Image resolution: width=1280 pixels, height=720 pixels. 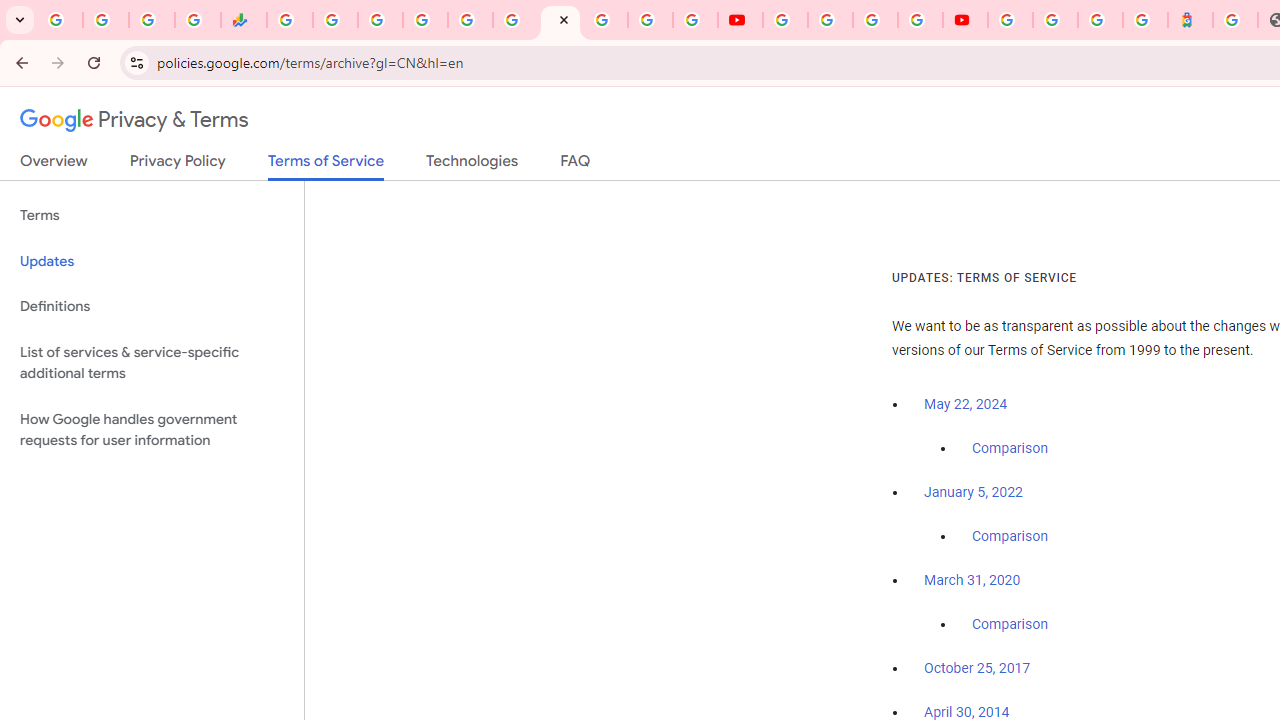 What do you see at coordinates (151, 216) in the screenshot?
I see `'Terms'` at bounding box center [151, 216].